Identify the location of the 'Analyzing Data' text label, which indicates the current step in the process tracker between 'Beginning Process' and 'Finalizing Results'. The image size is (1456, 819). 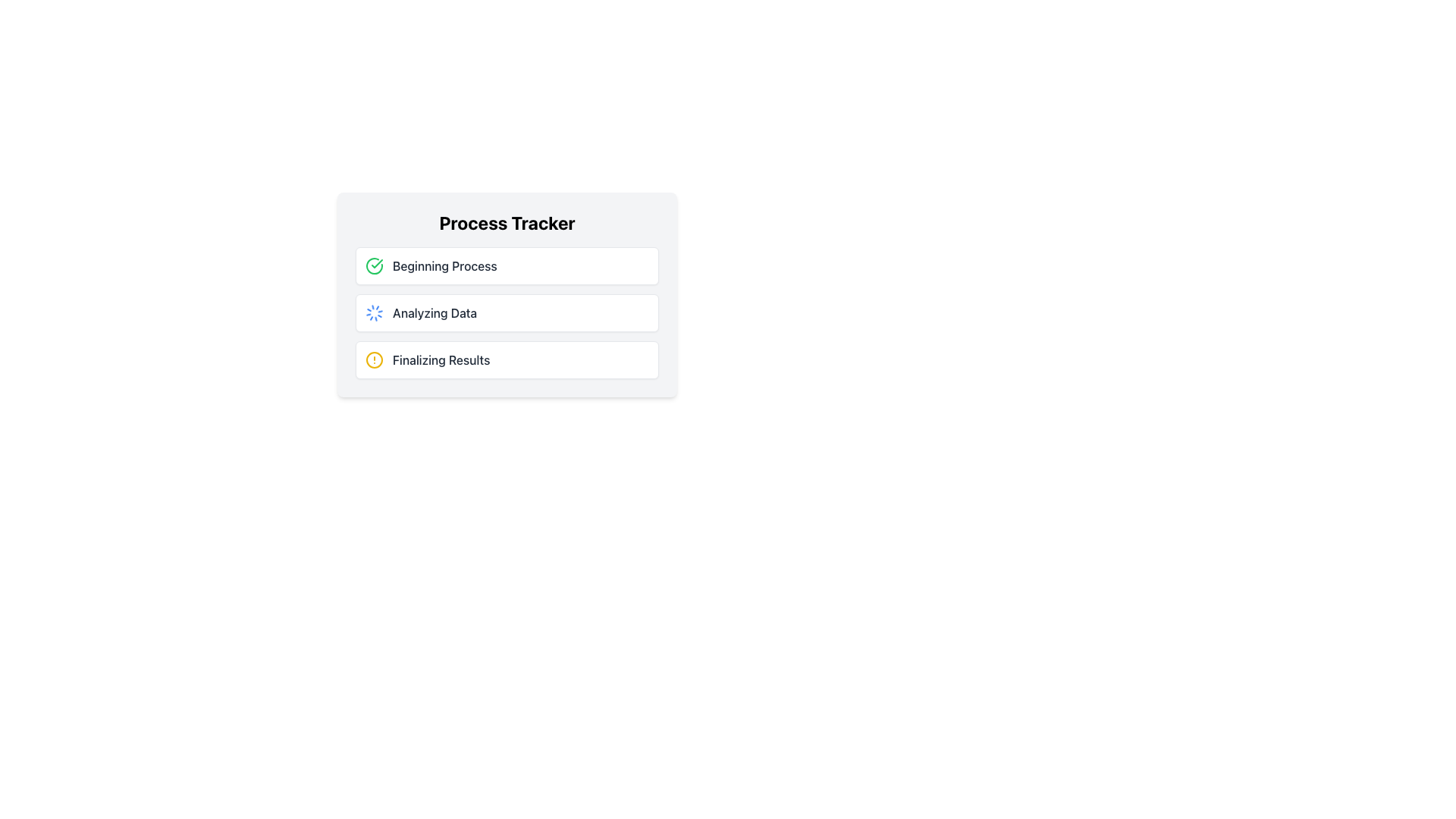
(434, 312).